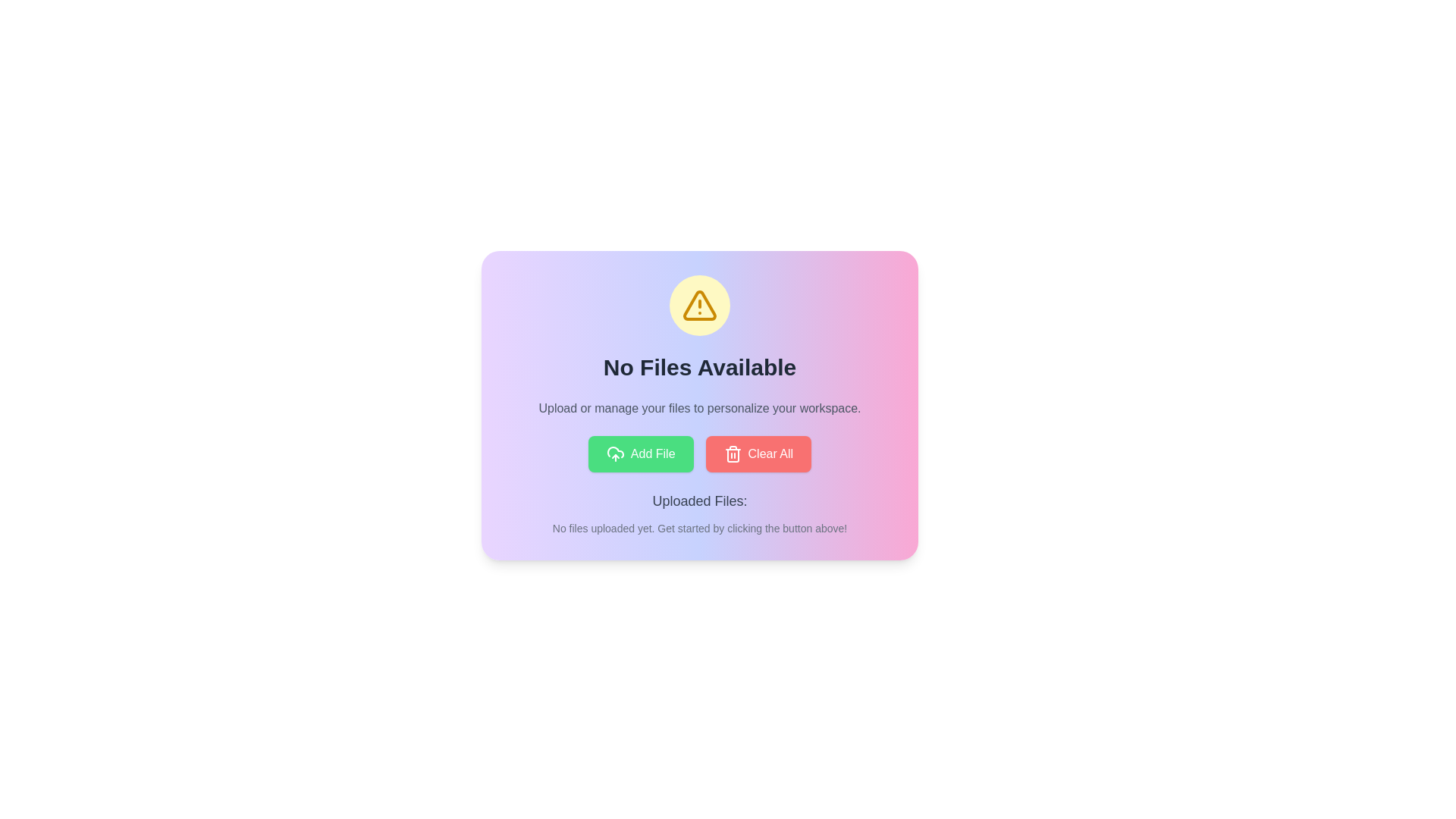 This screenshot has width=1456, height=819. What do you see at coordinates (698, 305) in the screenshot?
I see `the triangular alert icon with a yellow foreground and white background, which features a warning symbol (exclamation mark) at the center, located at the top-center of an informational card` at bounding box center [698, 305].